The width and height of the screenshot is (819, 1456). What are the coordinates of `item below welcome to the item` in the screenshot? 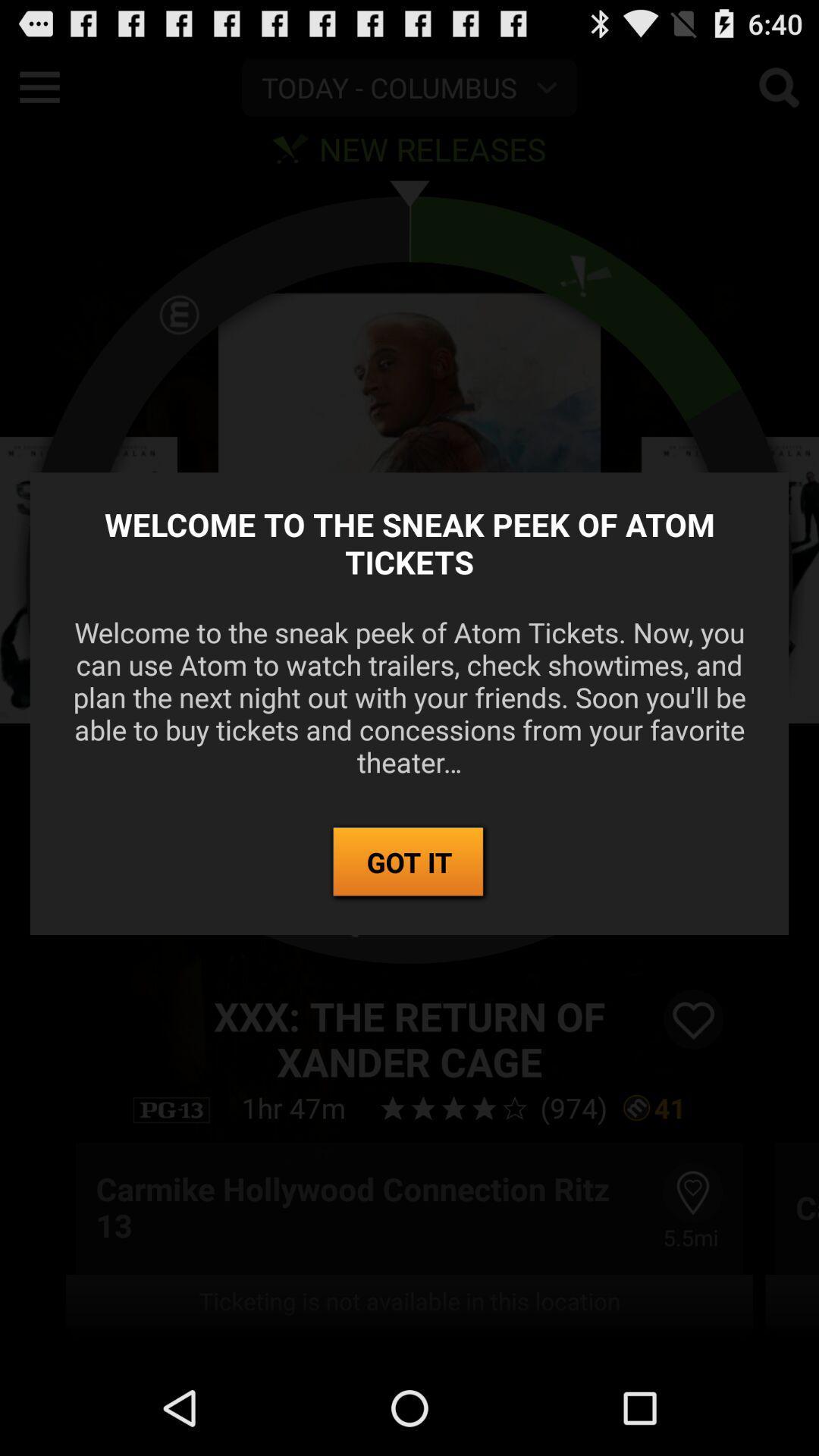 It's located at (409, 863).